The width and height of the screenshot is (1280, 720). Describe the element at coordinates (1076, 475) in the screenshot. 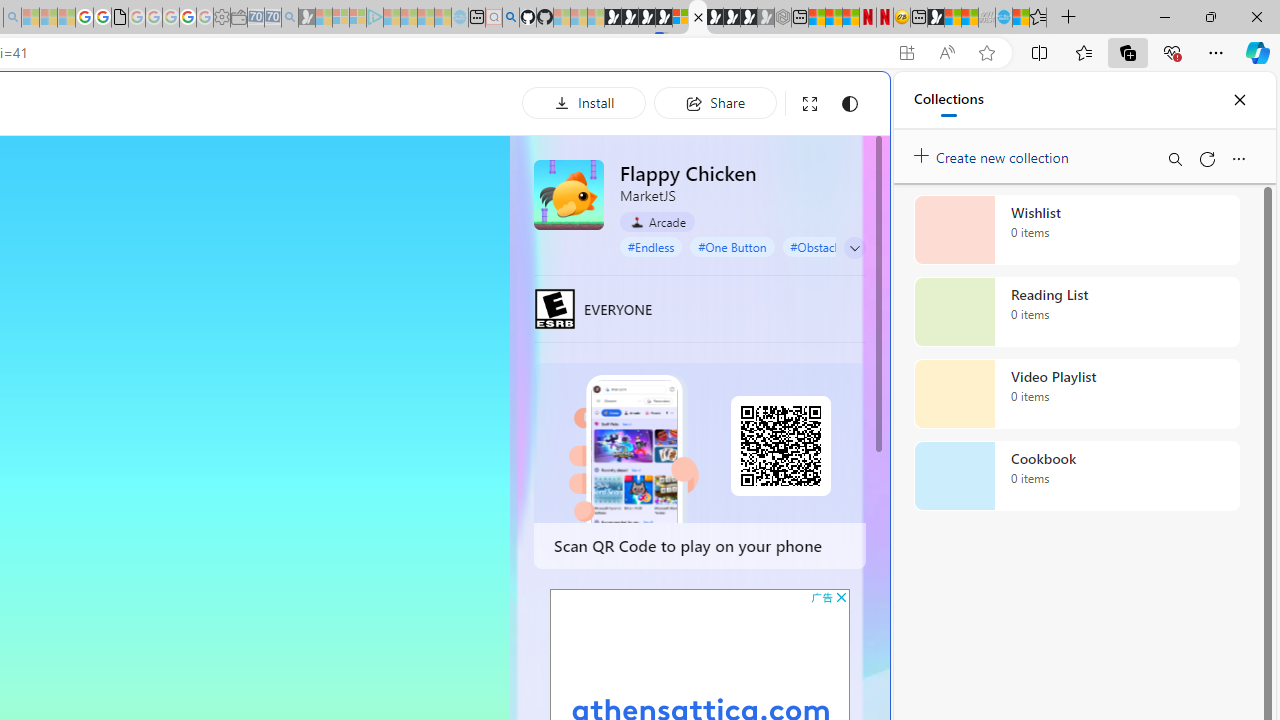

I see `'Cookbook collection, 0 items'` at that location.